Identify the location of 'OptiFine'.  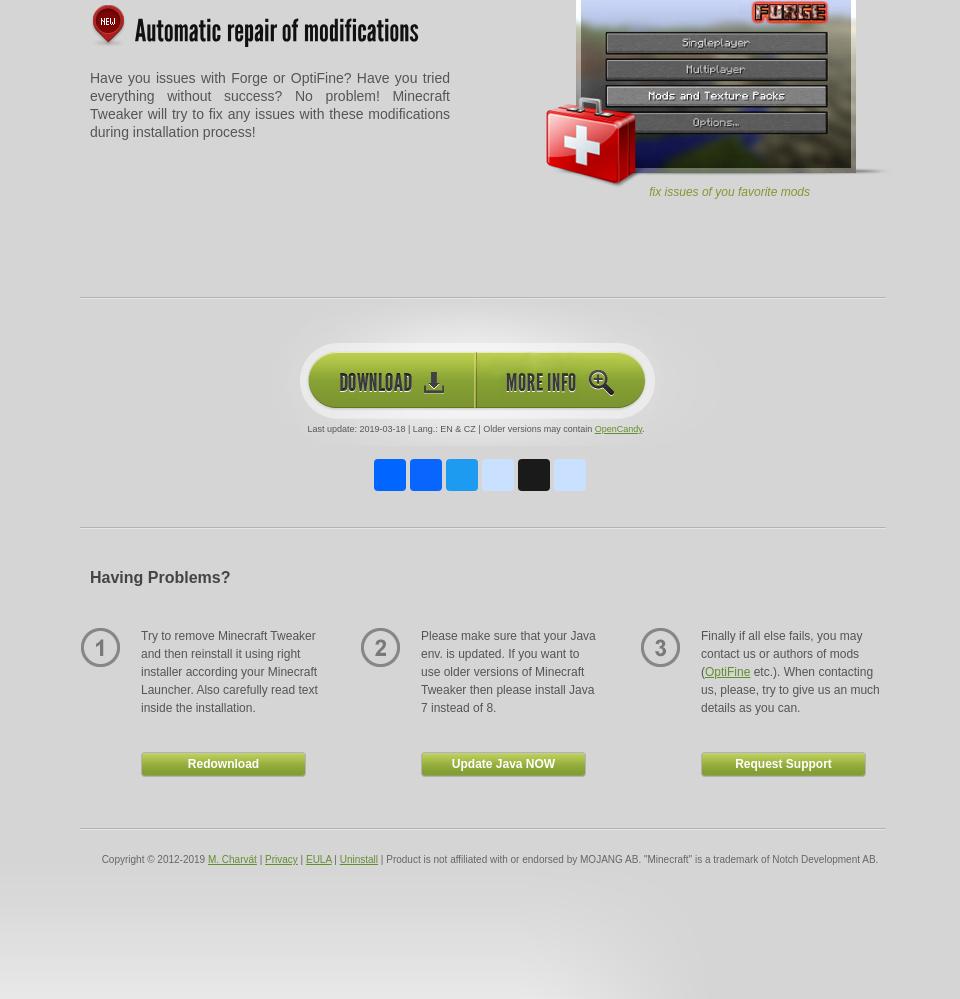
(705, 672).